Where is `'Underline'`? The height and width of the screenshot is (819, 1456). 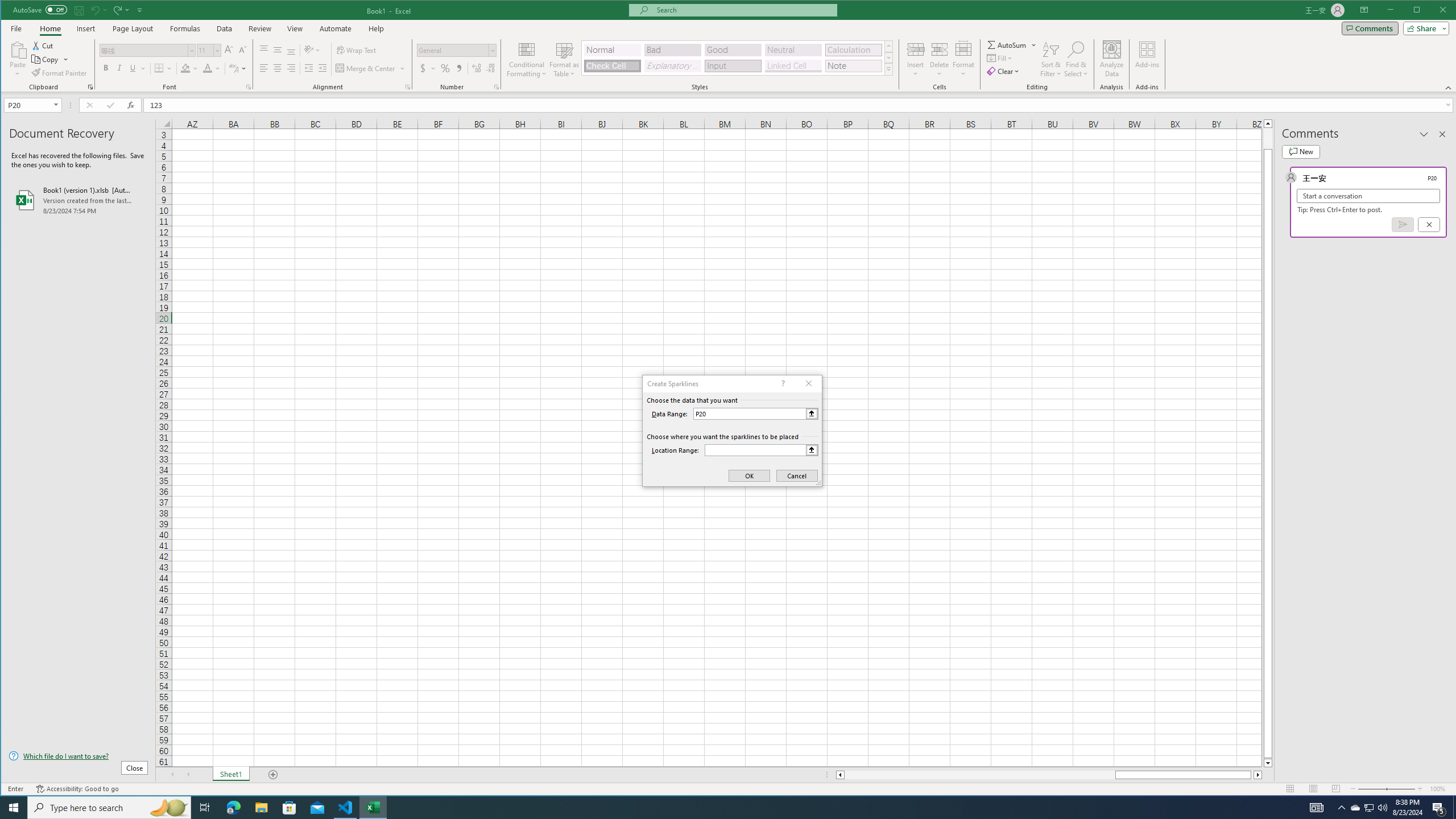 'Underline' is located at coordinates (136, 68).